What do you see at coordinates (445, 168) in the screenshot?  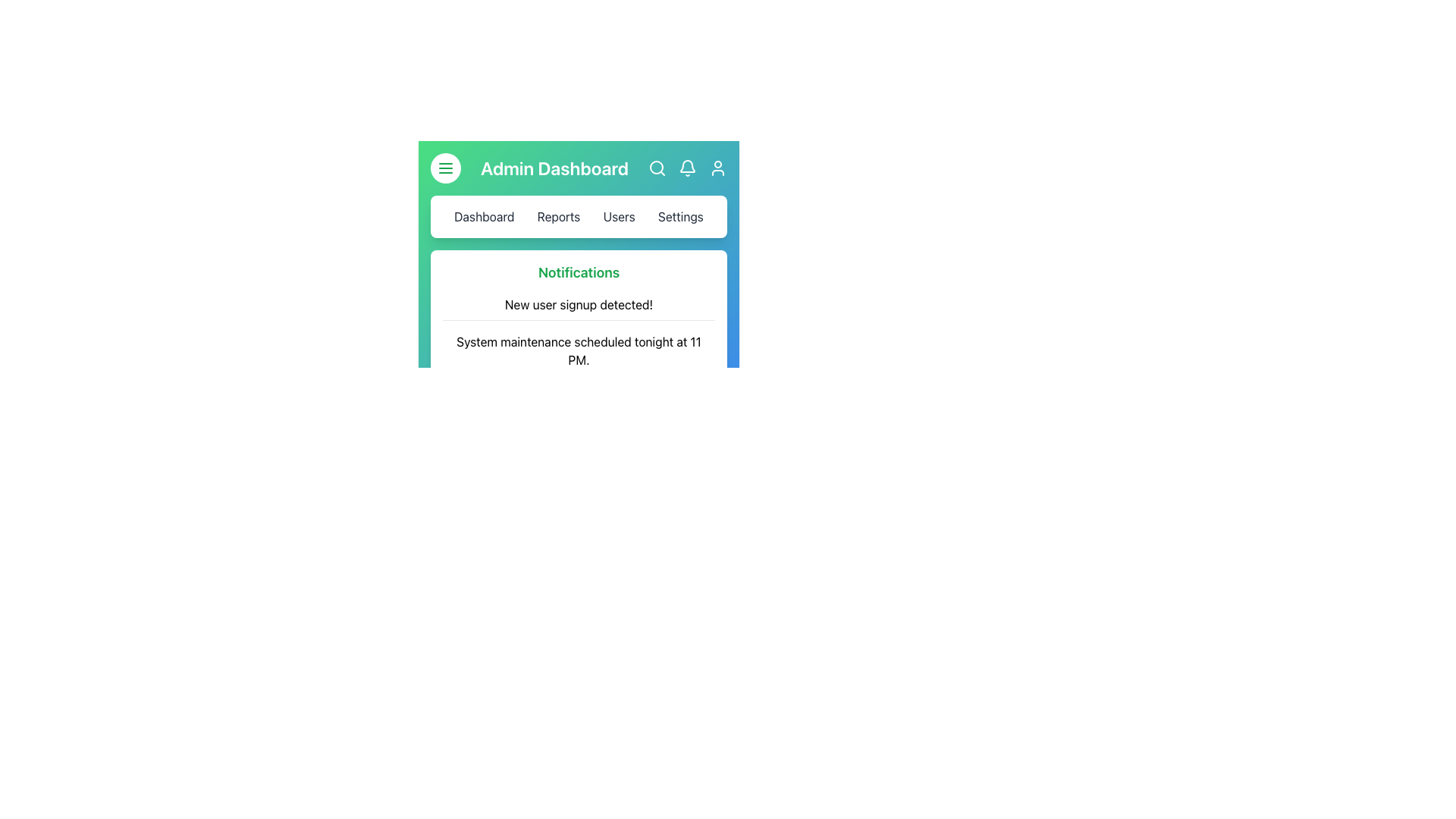 I see `the toggle button located to the left of the 'Admin Dashboard' text in the top navigation bar` at bounding box center [445, 168].